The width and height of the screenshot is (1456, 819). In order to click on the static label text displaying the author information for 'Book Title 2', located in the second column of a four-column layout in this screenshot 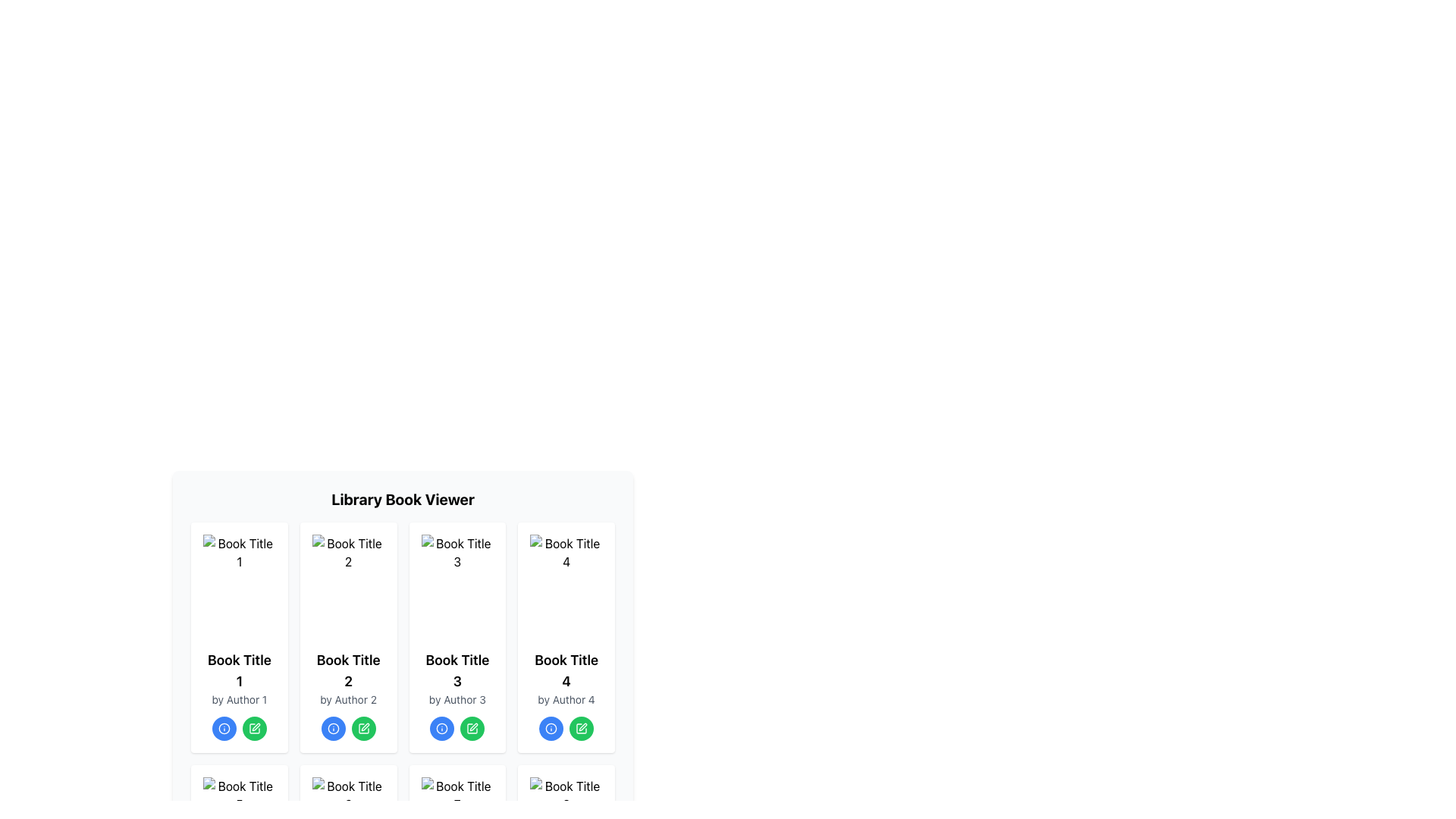, I will do `click(347, 699)`.